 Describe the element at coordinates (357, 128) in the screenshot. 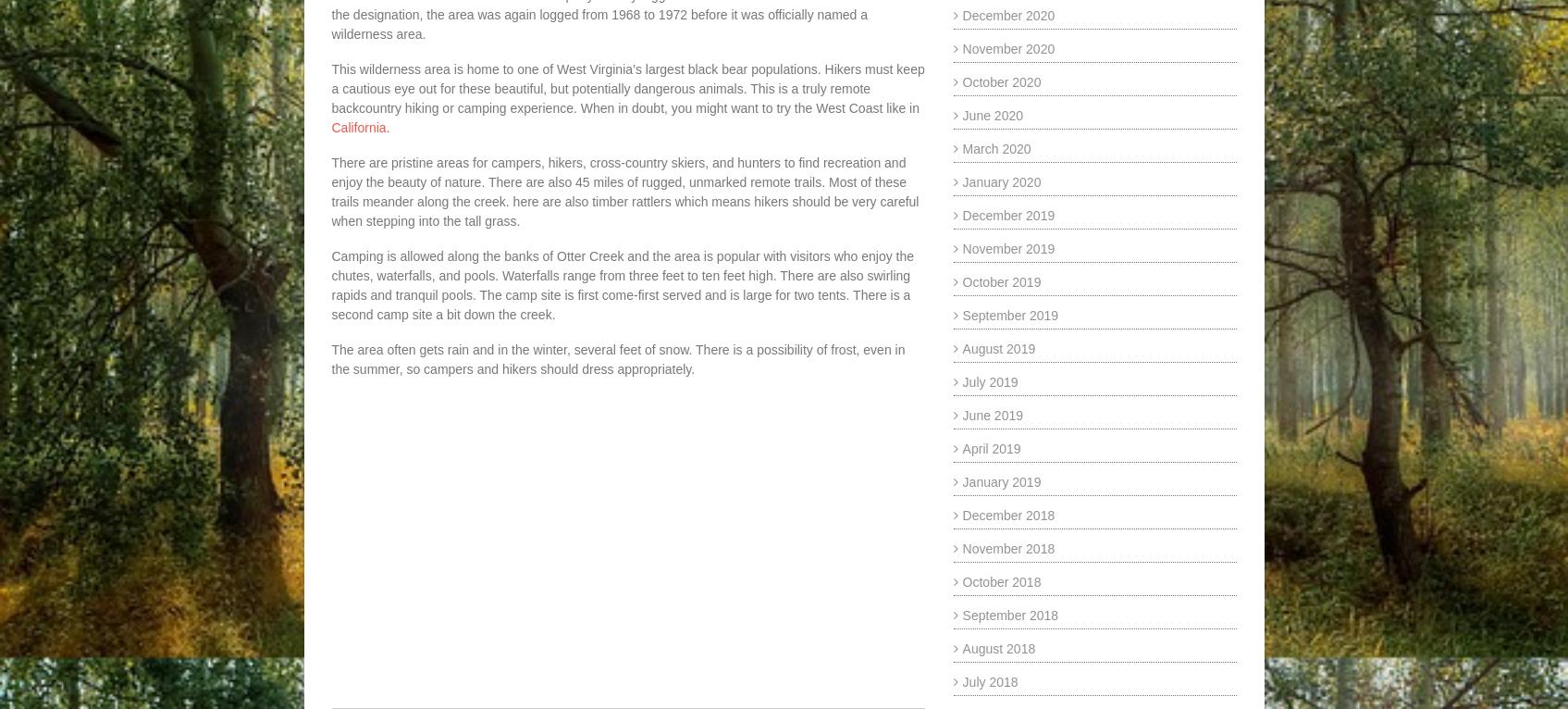

I see `'California'` at that location.